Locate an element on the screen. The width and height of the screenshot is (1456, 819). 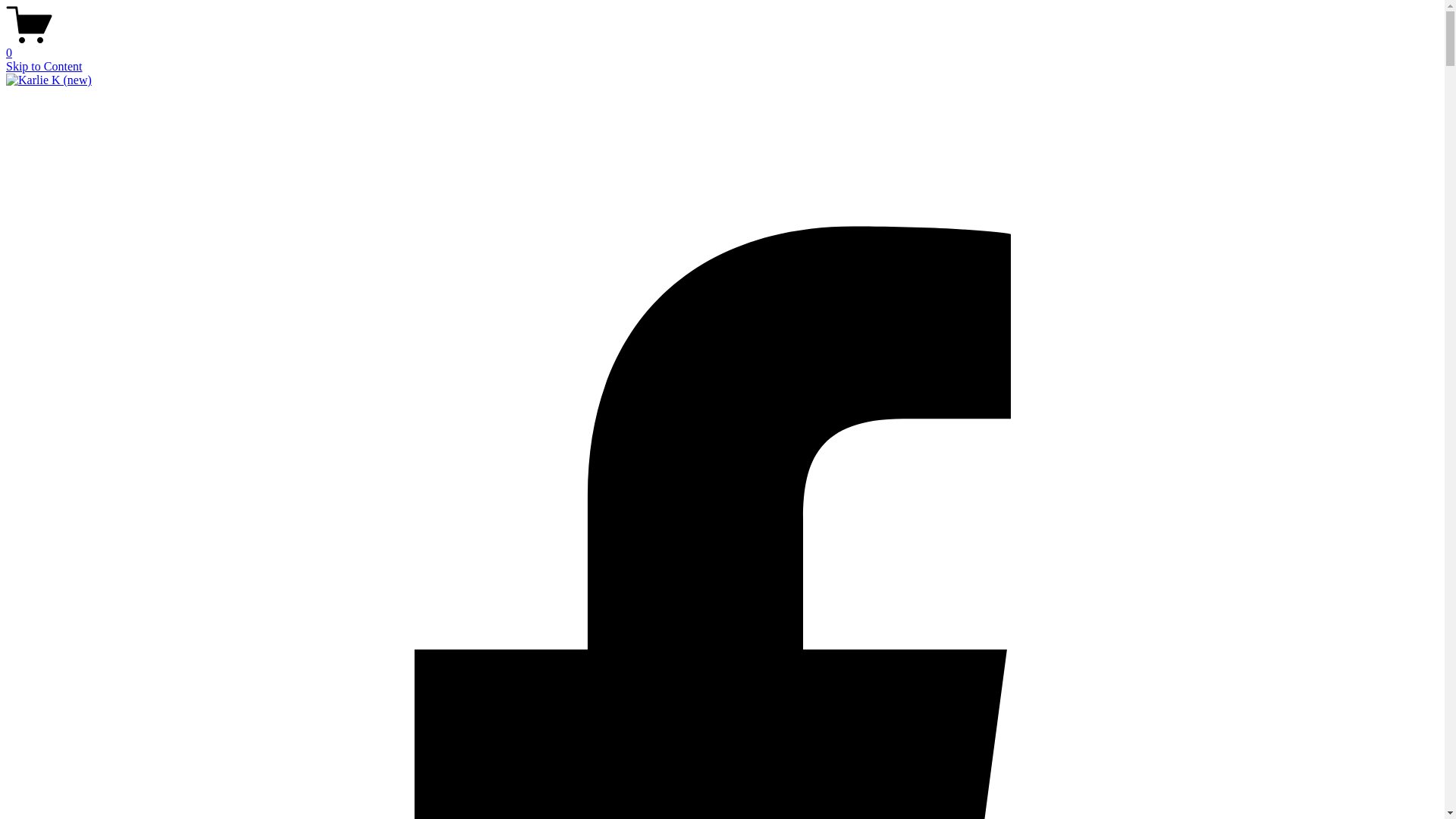
'0' is located at coordinates (6, 45).